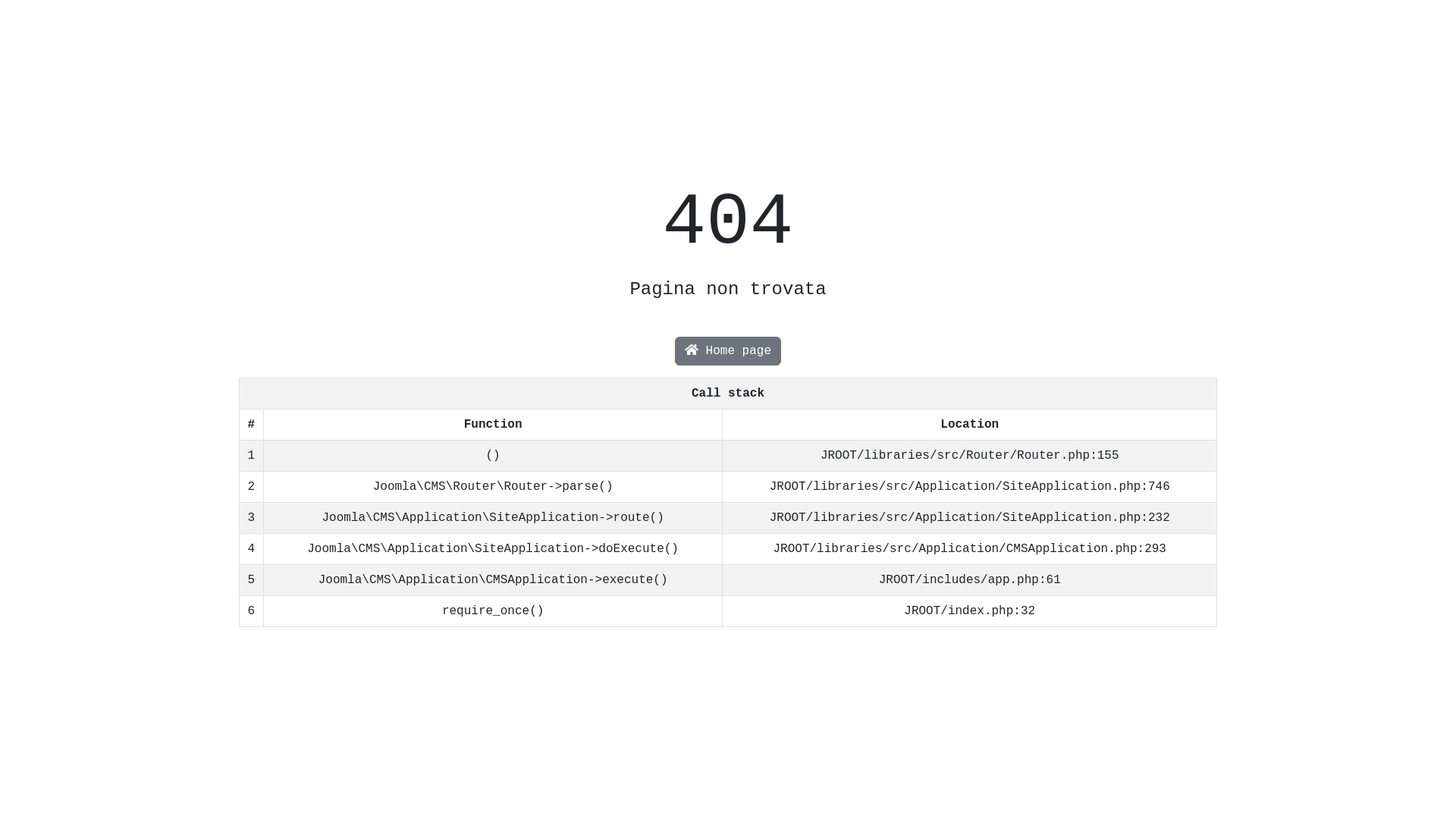 This screenshot has height=819, width=1456. Describe the element at coordinates (728, 350) in the screenshot. I see `'Home page'` at that location.